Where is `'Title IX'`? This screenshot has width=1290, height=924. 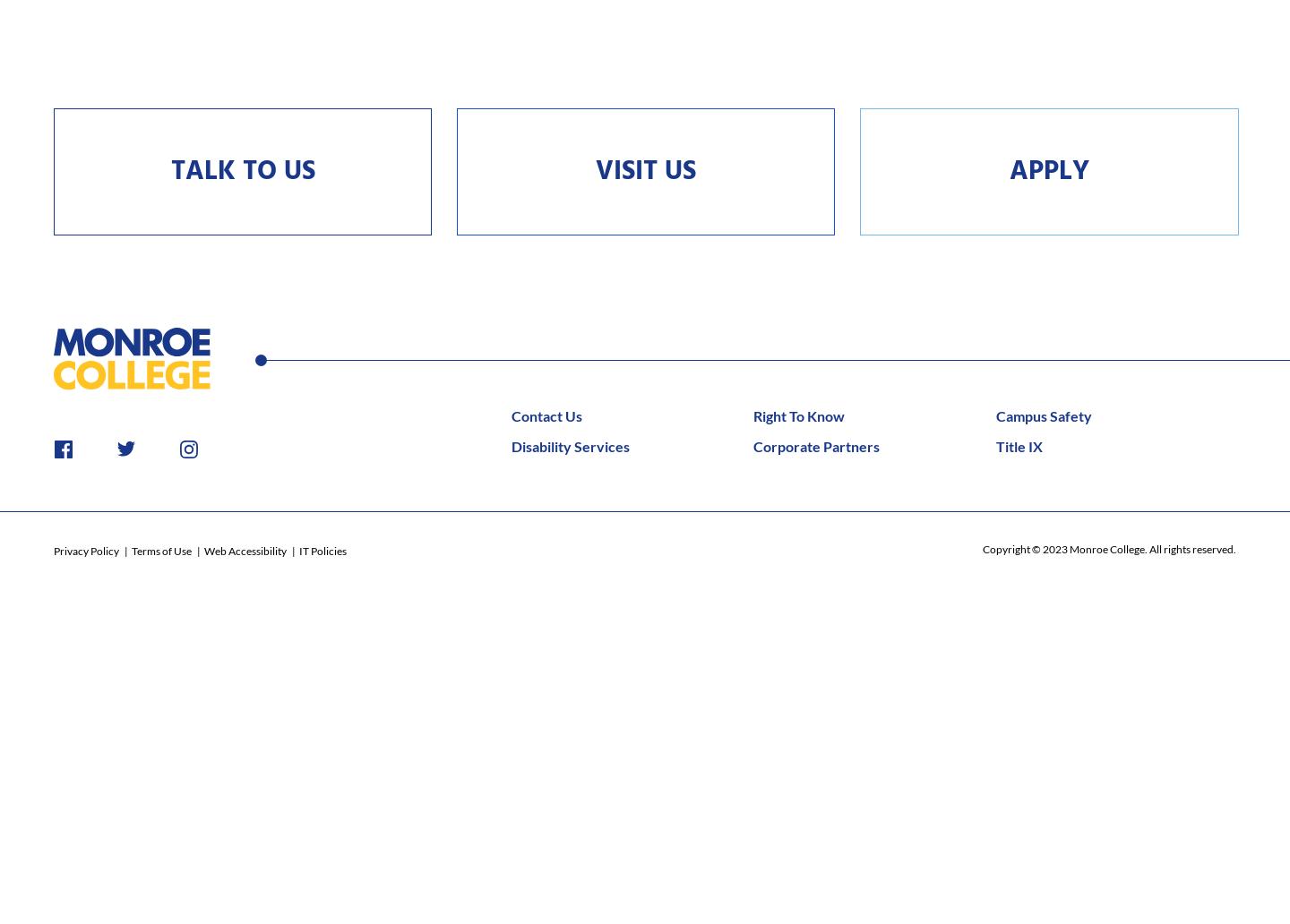
'Title IX' is located at coordinates (1018, 444).